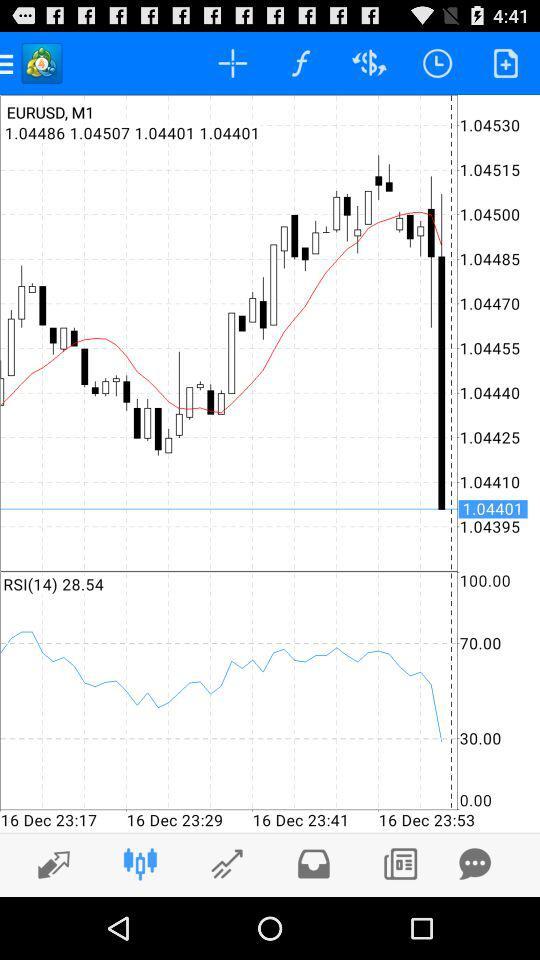 The height and width of the screenshot is (960, 540). Describe the element at coordinates (299, 62) in the screenshot. I see `the fourth option from the left` at that location.